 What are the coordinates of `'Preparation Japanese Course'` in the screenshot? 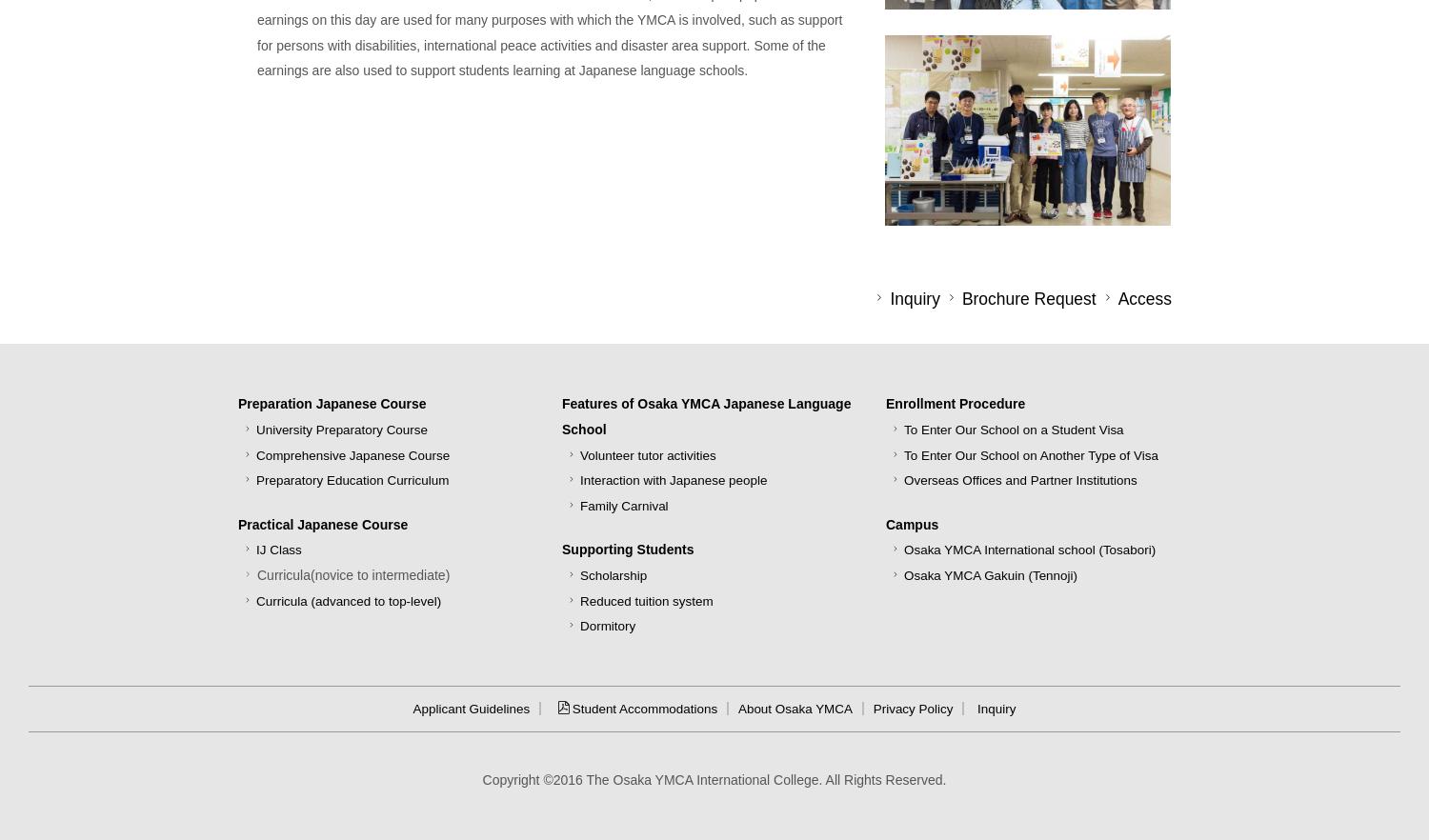 It's located at (238, 402).